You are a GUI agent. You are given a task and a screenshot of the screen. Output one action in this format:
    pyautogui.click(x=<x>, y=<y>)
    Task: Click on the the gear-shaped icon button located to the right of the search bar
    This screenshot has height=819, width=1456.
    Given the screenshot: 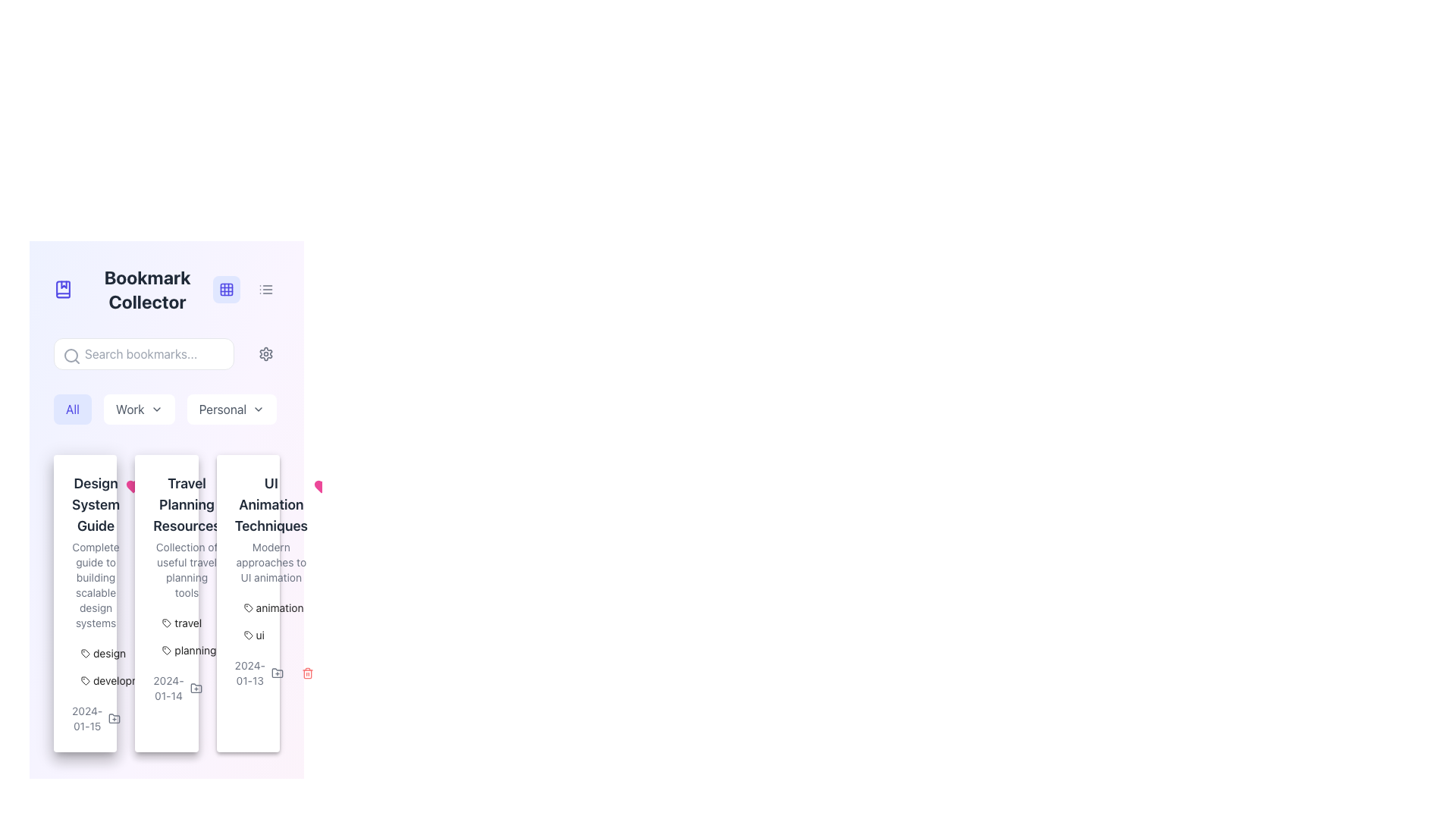 What is the action you would take?
    pyautogui.click(x=265, y=353)
    